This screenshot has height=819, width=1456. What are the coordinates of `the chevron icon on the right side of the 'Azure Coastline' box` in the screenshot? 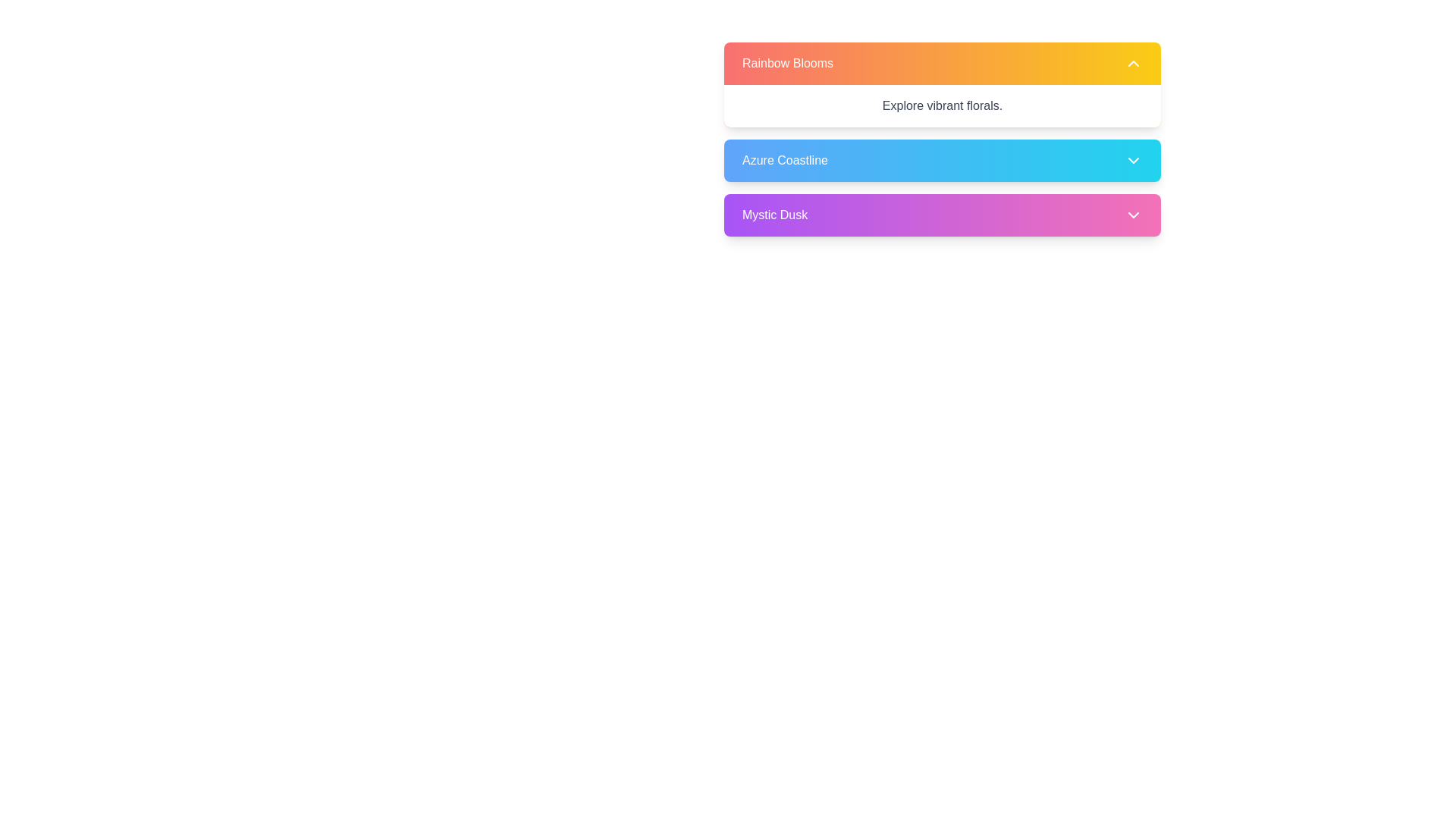 It's located at (1133, 161).